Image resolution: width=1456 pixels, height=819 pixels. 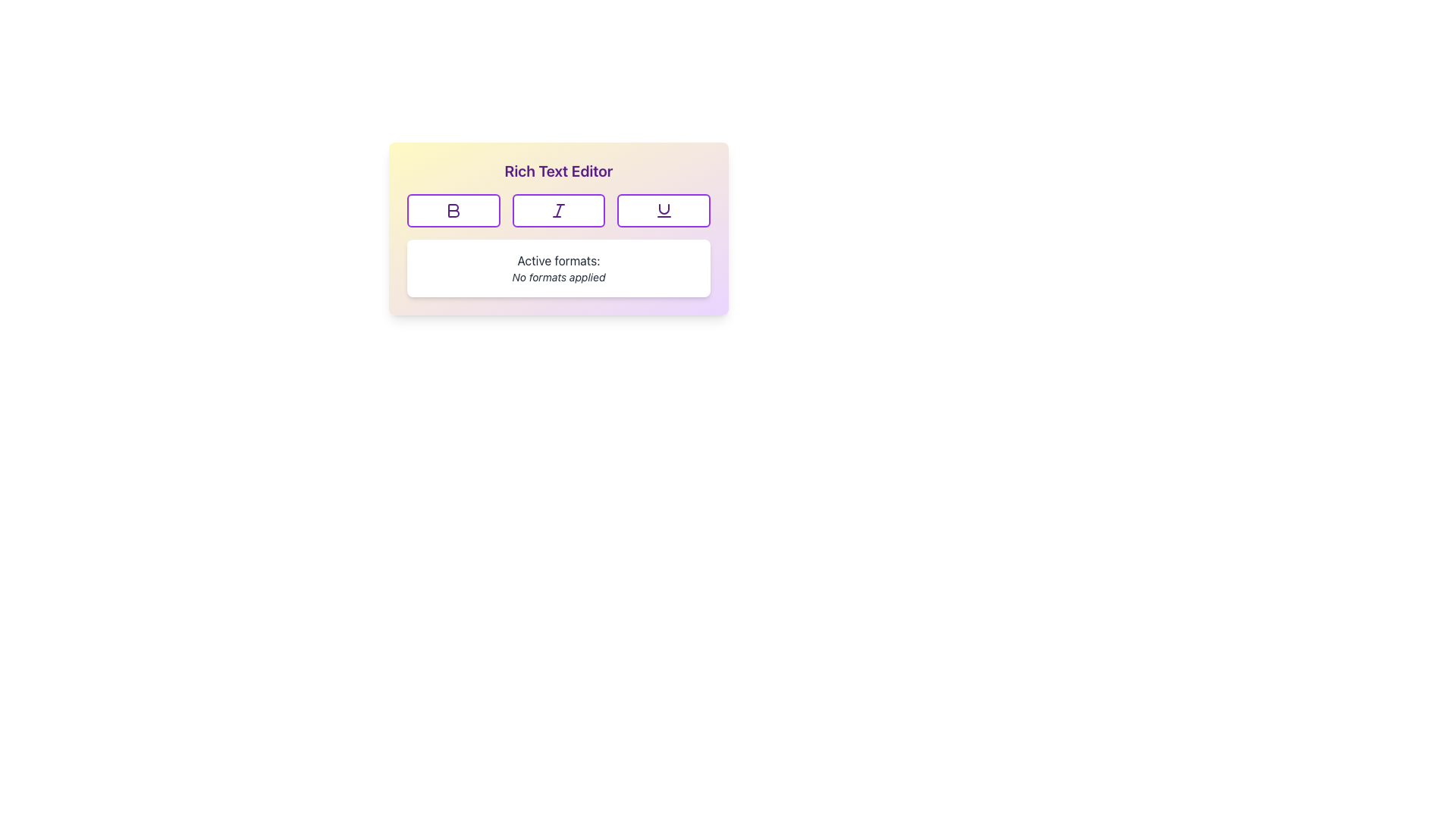 What do you see at coordinates (558, 268) in the screenshot?
I see `displayed text in the Text Display element, which indicates the status of active text formatting options in the text editor, specifically noting that no formatting styles are applied` at bounding box center [558, 268].